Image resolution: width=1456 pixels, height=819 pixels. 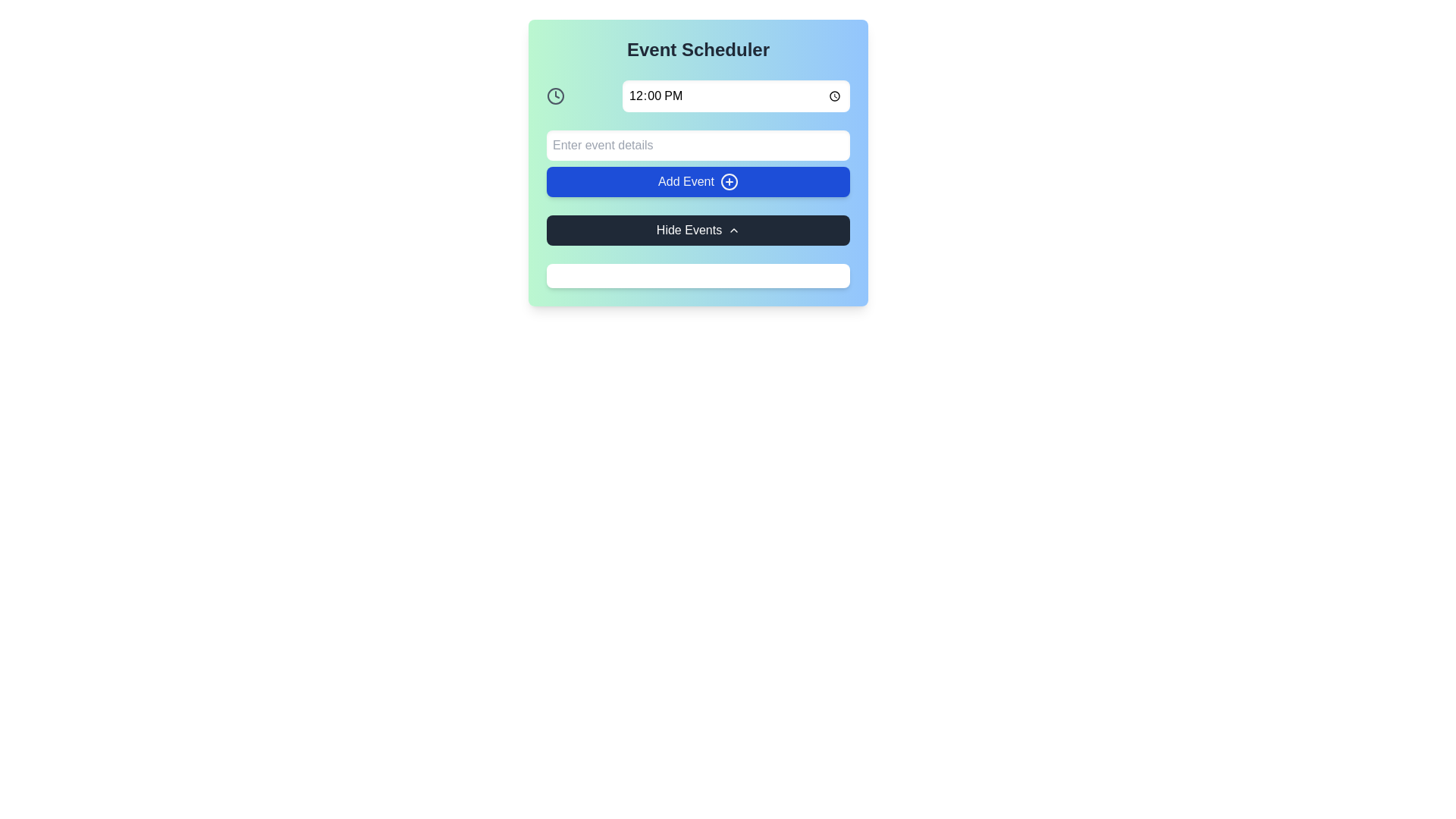 What do you see at coordinates (698, 164) in the screenshot?
I see `the 'Add Event' button, which is a clickable button labeled 'Add Event' with a small plus icon on the right side, positioned on a blue background, located below an input field with placeholder text 'Enter event details'` at bounding box center [698, 164].